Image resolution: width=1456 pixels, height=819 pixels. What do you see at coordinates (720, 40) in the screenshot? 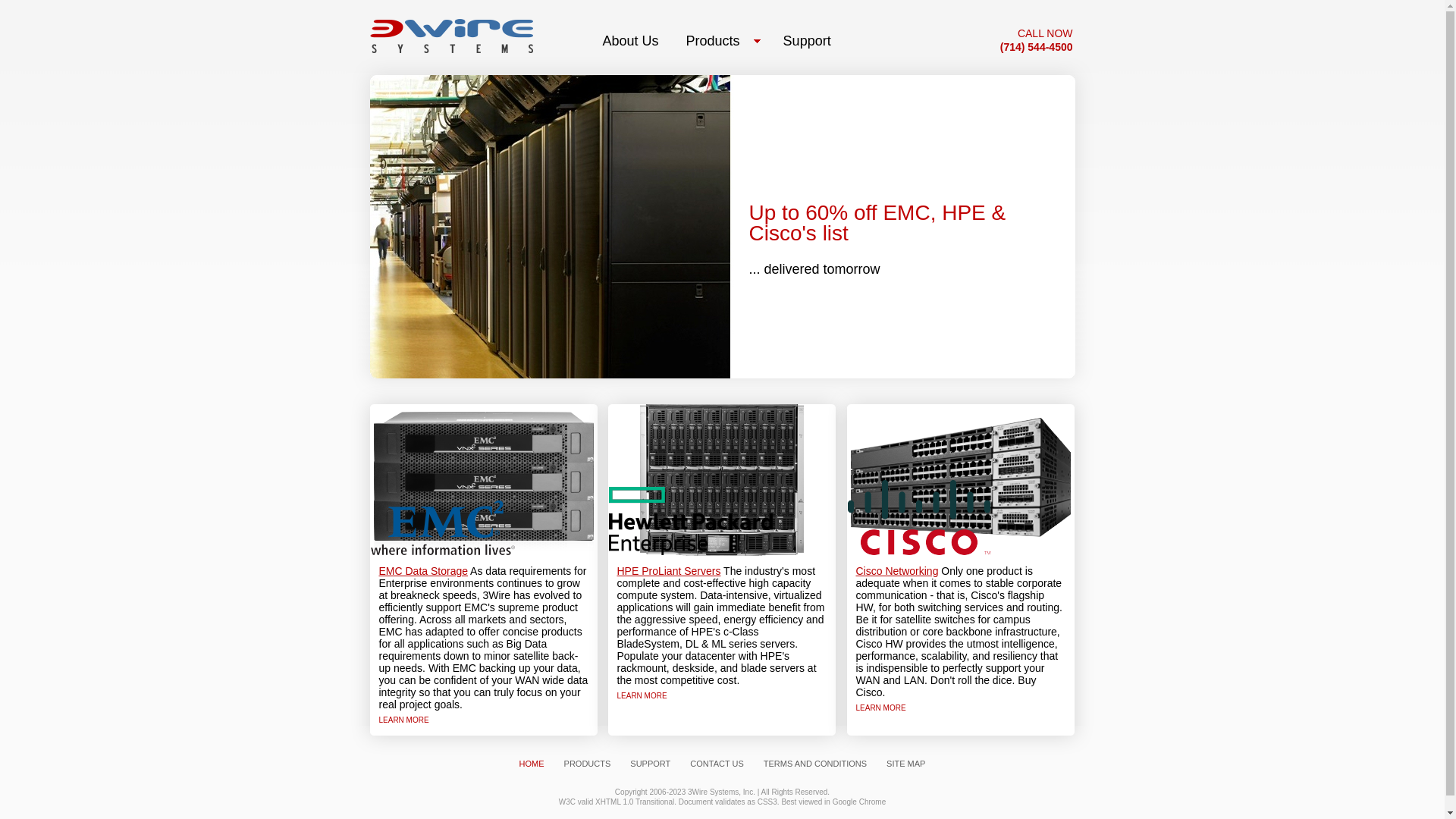
I see `' Products '` at bounding box center [720, 40].